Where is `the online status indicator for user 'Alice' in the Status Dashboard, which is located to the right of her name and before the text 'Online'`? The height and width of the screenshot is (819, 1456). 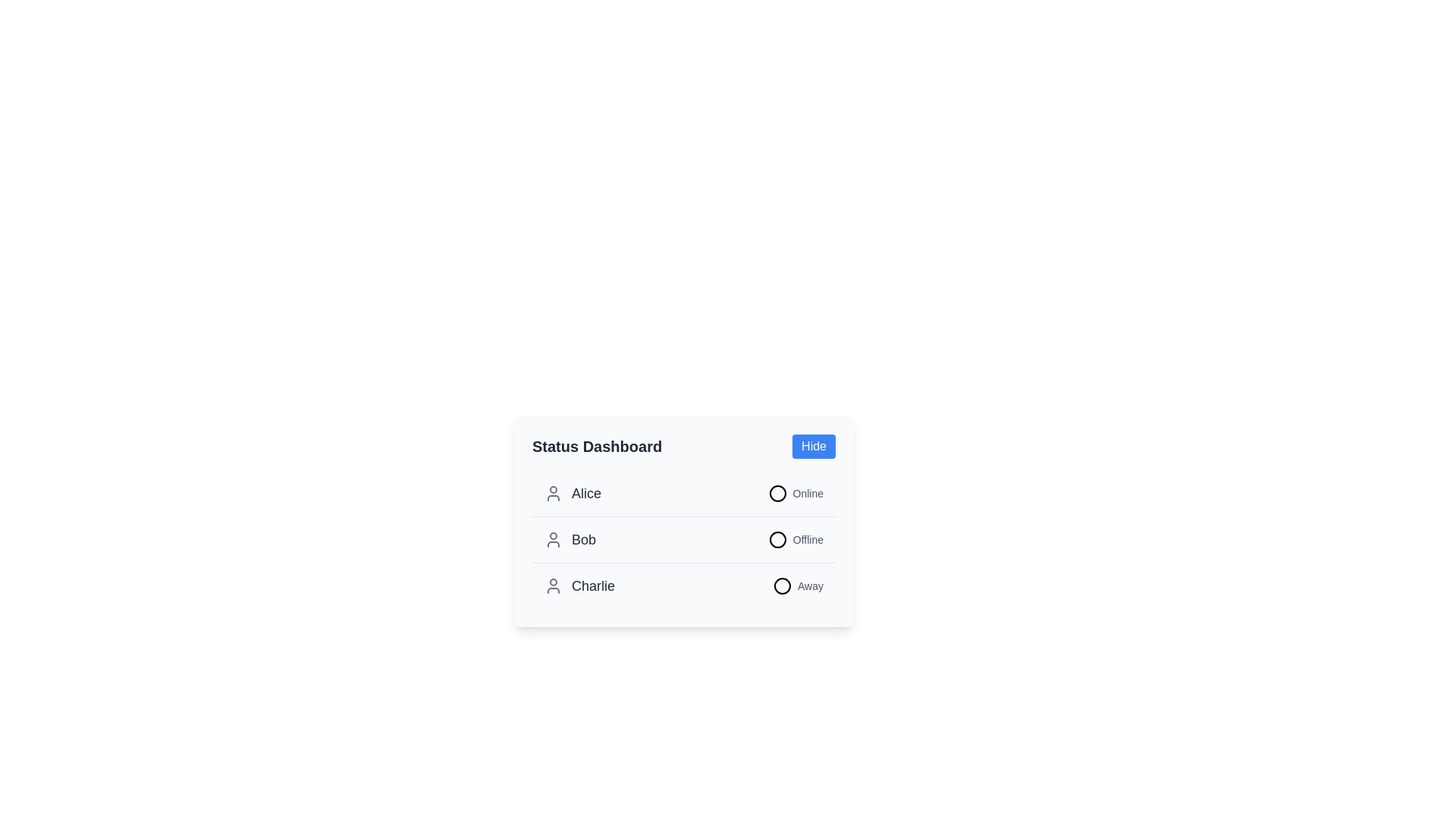
the online status indicator for user 'Alice' in the Status Dashboard, which is located to the right of her name and before the text 'Online' is located at coordinates (777, 494).